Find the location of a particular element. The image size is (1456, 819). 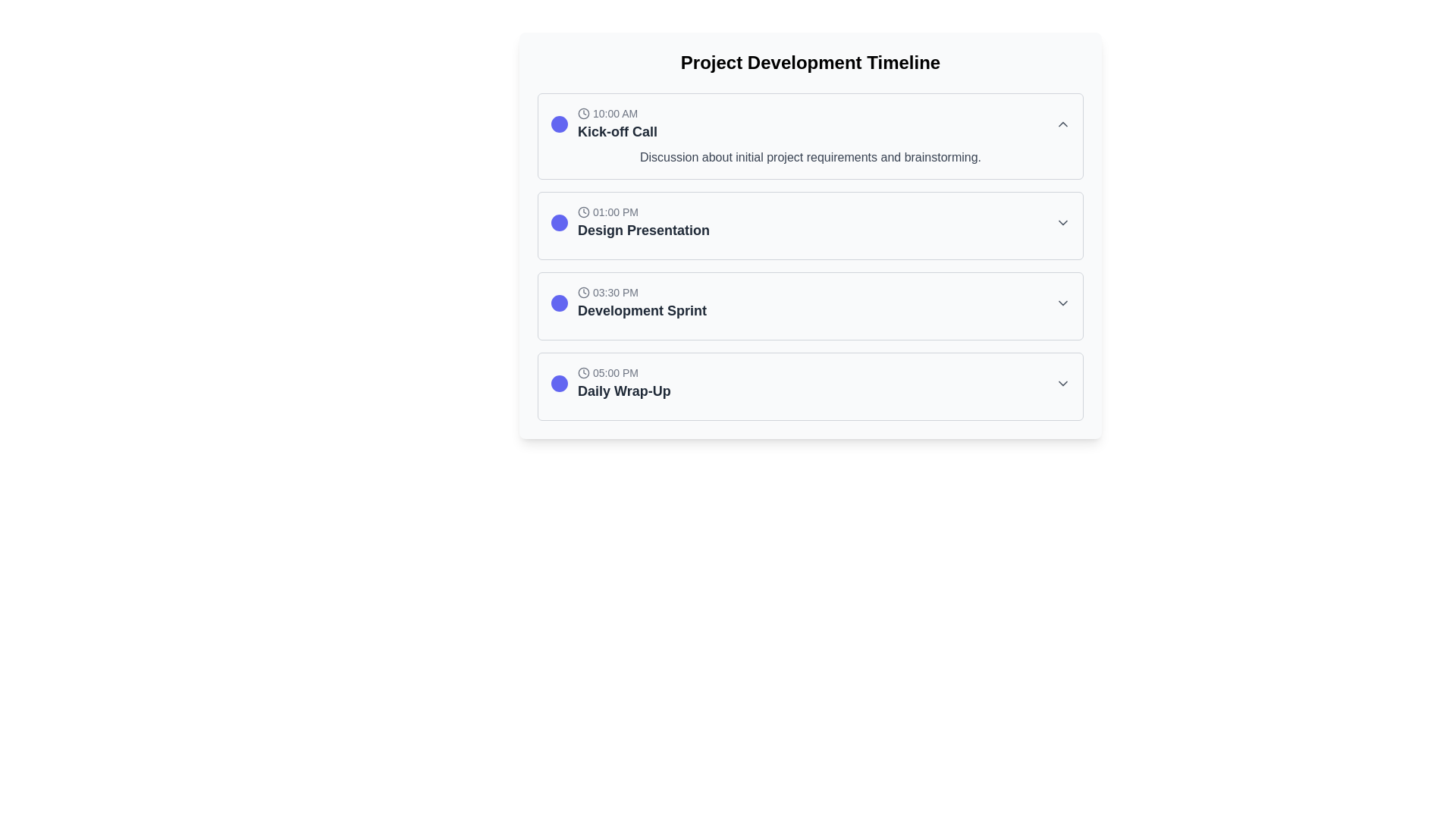

the text label displaying '05:00 PM' that is part of the 'Daily Wrap-Up' entry, located near the left edge and accompanied by a clock icon is located at coordinates (624, 373).